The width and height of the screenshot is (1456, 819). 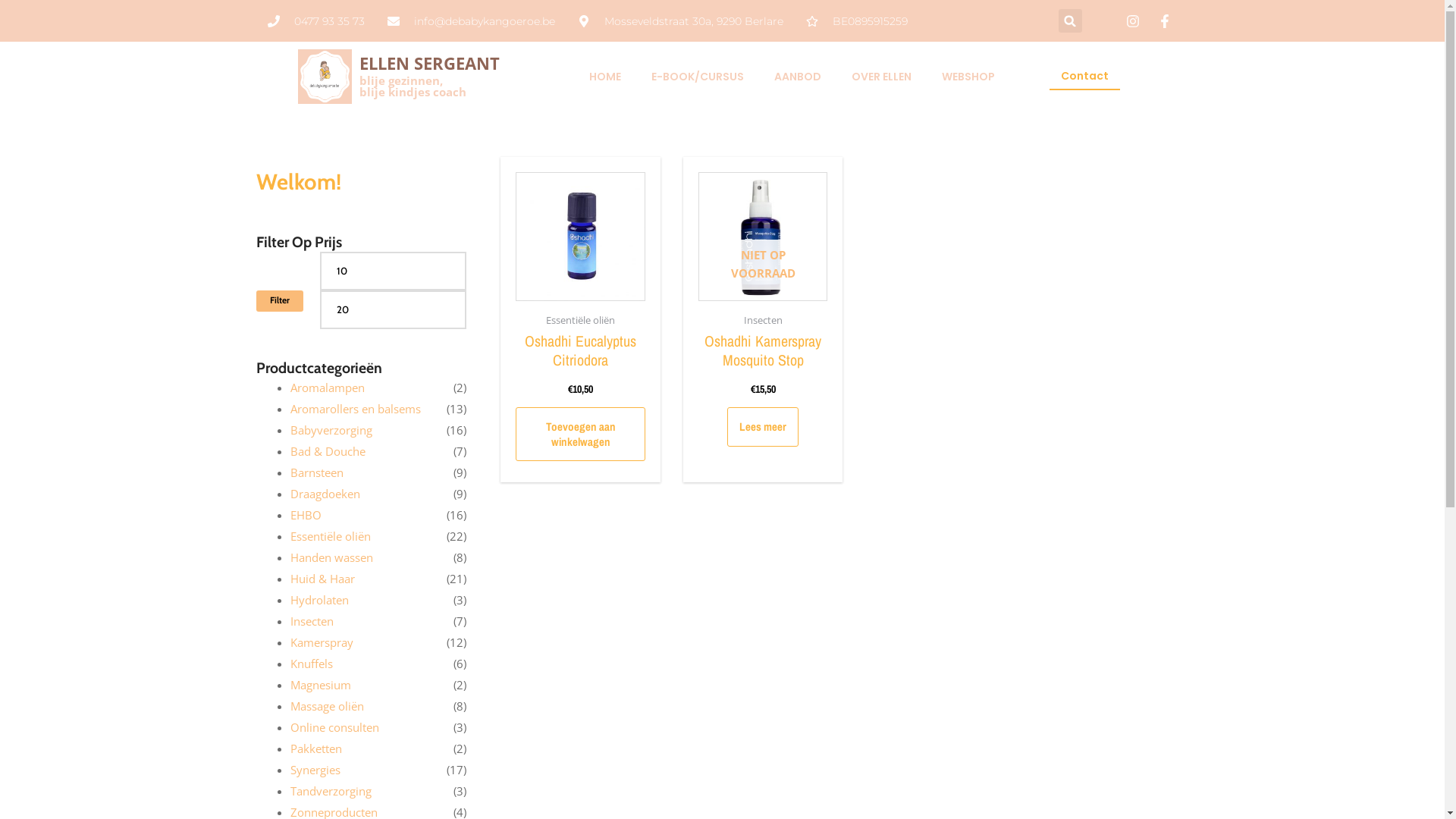 What do you see at coordinates (326, 386) in the screenshot?
I see `'Aromalampen'` at bounding box center [326, 386].